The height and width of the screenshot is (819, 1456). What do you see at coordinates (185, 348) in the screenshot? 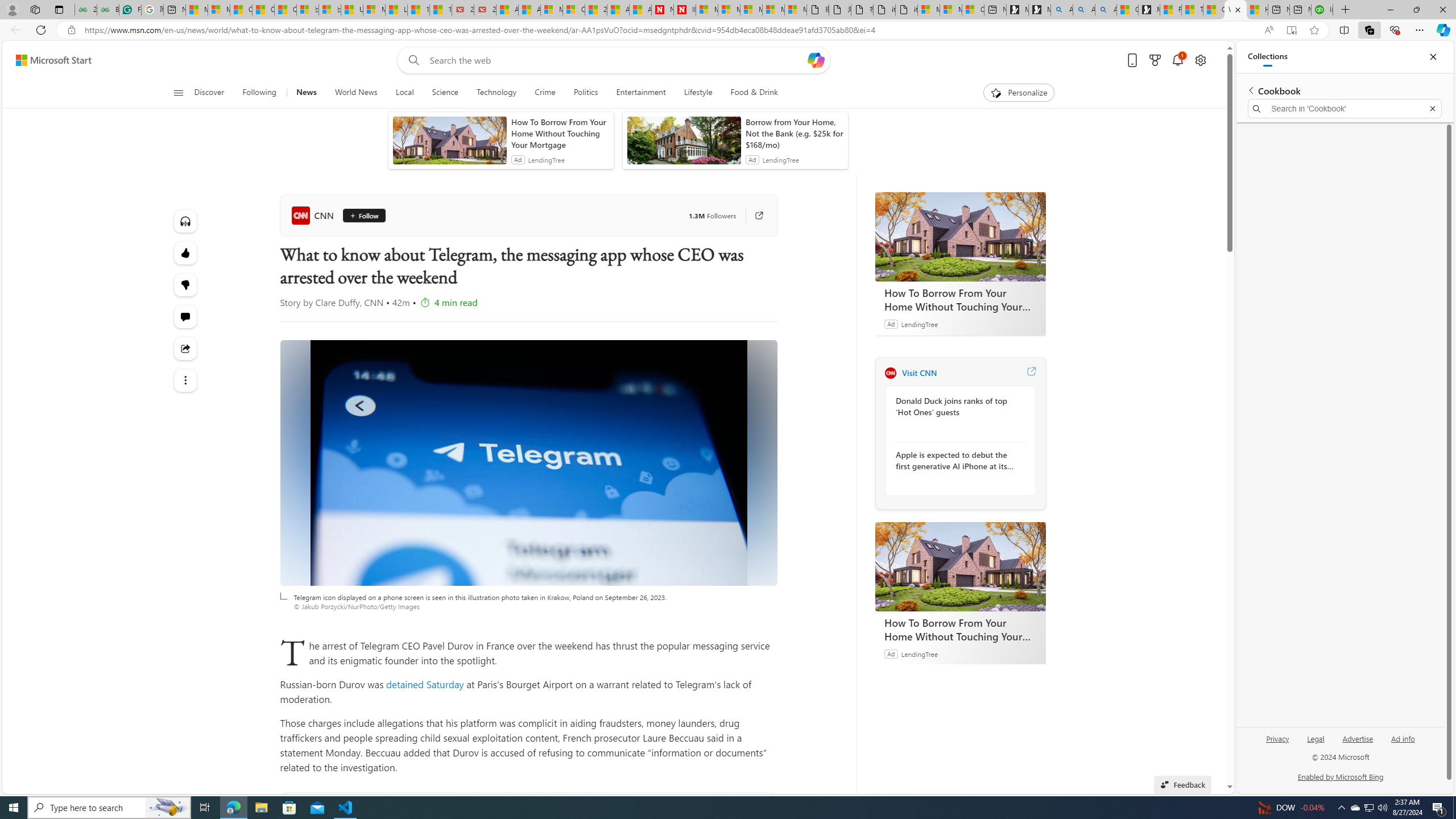
I see `'Share this story'` at bounding box center [185, 348].